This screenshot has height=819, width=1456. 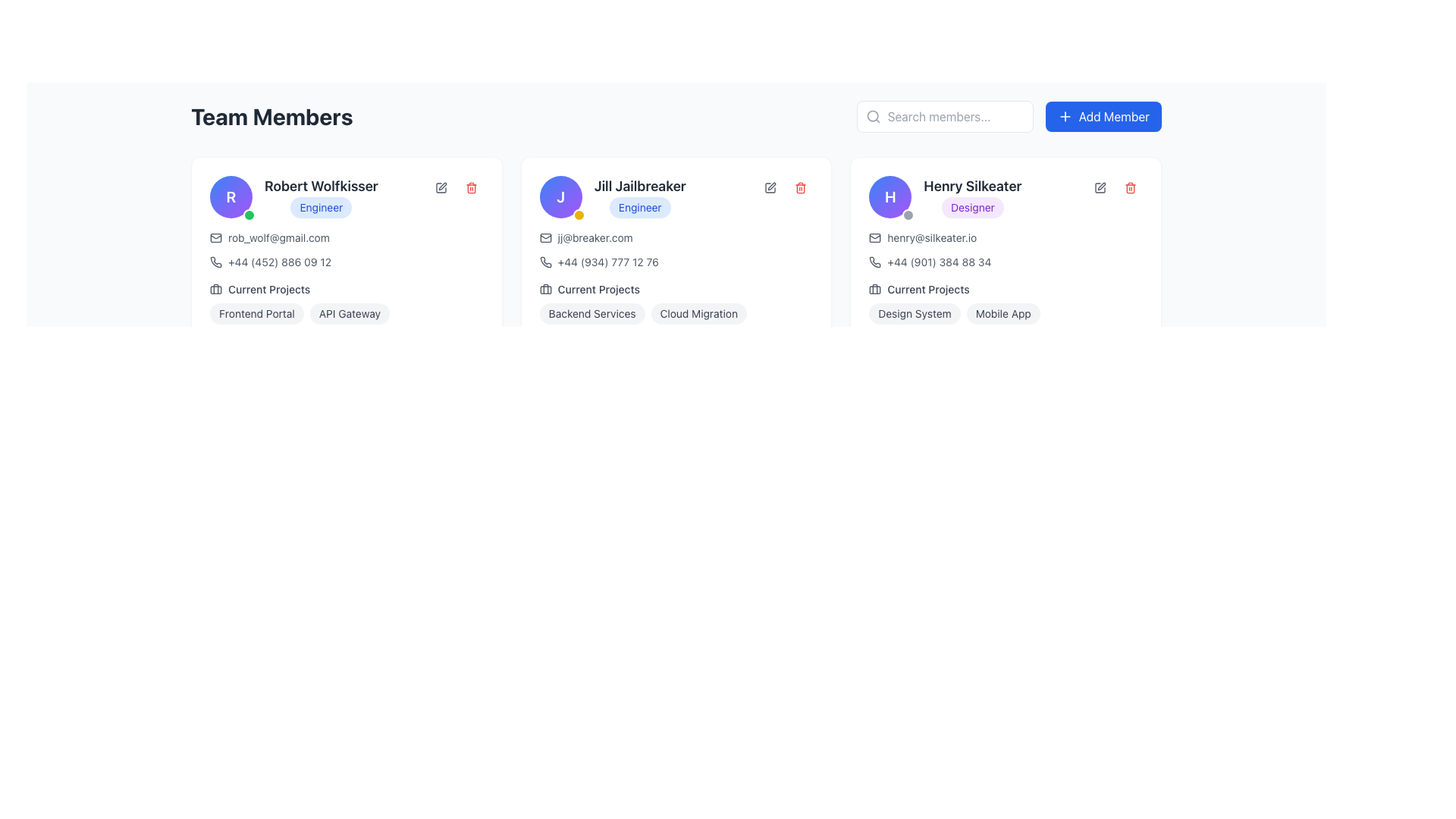 I want to click on the email icon located within the user details card, positioned just before the email address text label, so click(x=545, y=237).